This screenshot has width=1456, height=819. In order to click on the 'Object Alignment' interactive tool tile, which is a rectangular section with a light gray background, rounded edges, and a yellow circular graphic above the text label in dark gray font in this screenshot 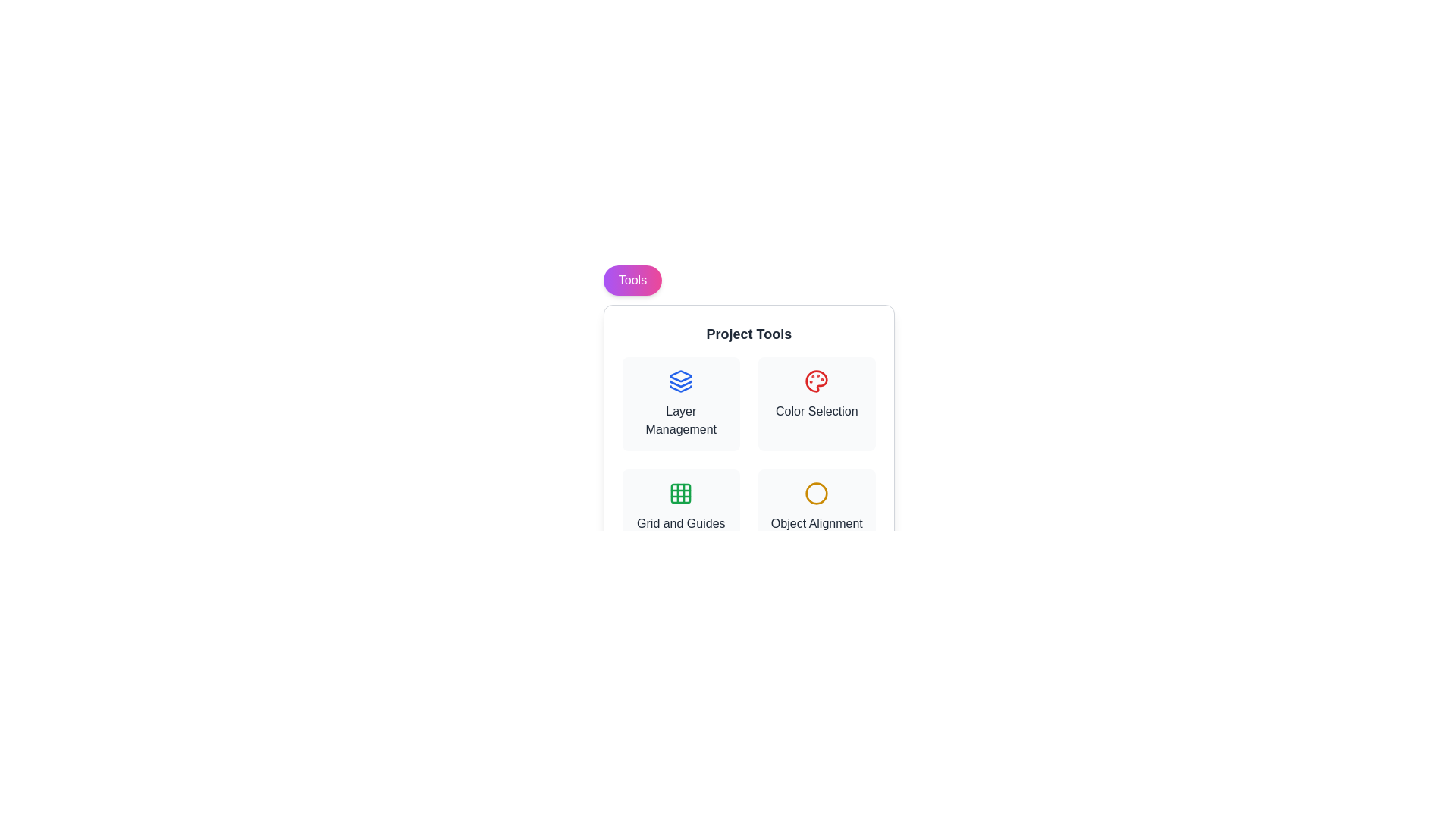, I will do `click(816, 507)`.